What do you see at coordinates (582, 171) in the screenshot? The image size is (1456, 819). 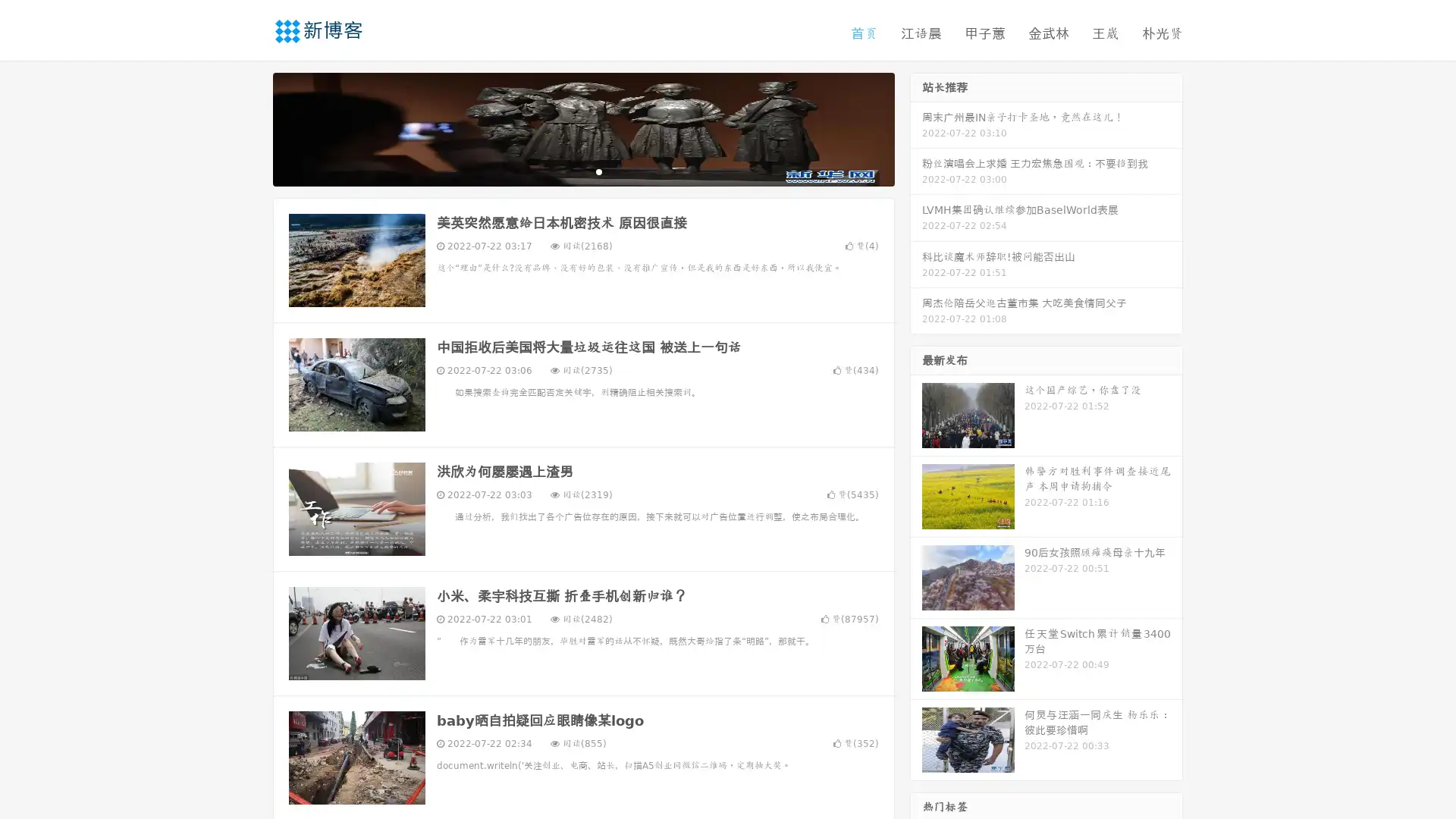 I see `Go to slide 2` at bounding box center [582, 171].